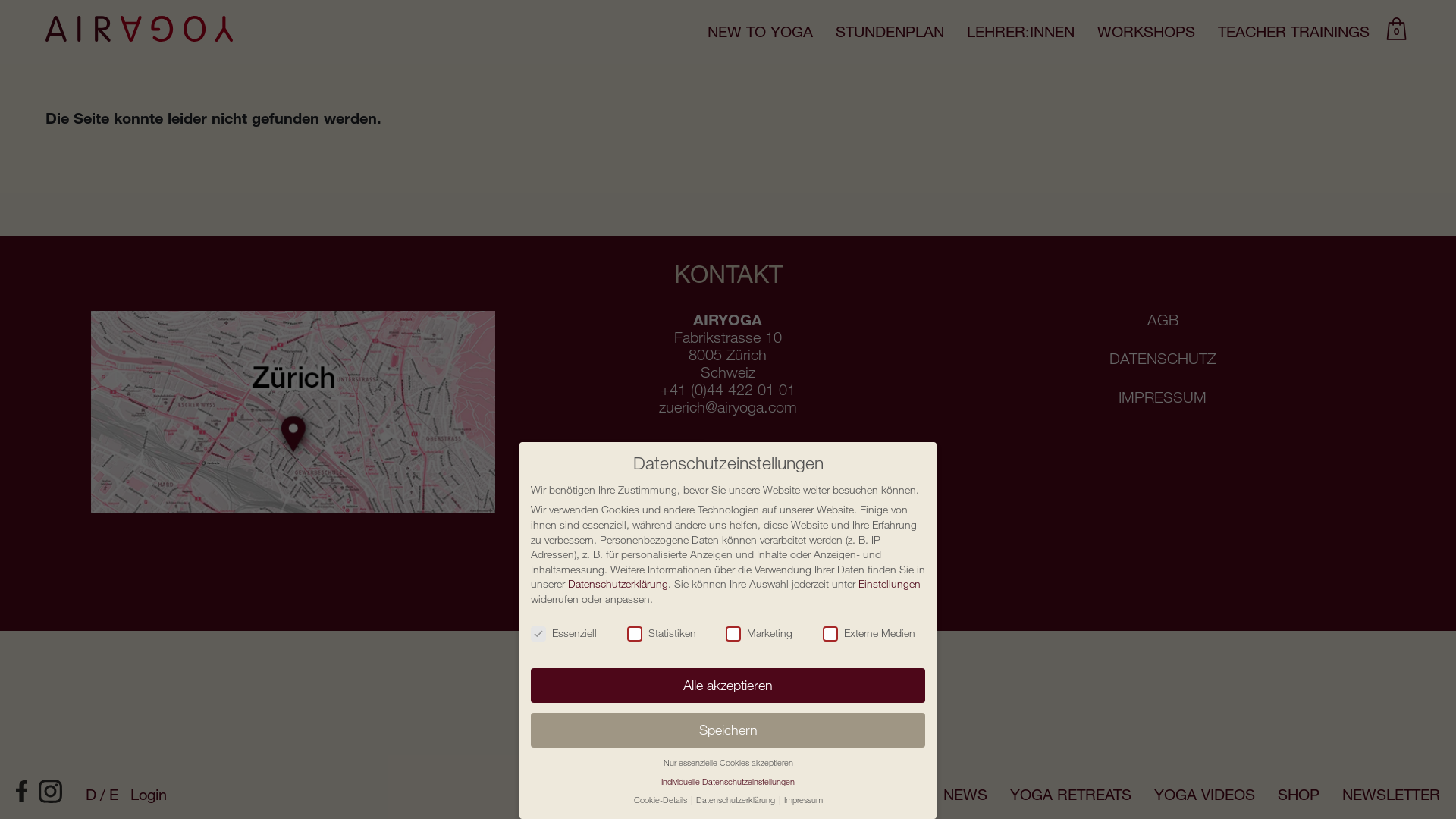  I want to click on 'STUNDENPLAN', so click(835, 31).